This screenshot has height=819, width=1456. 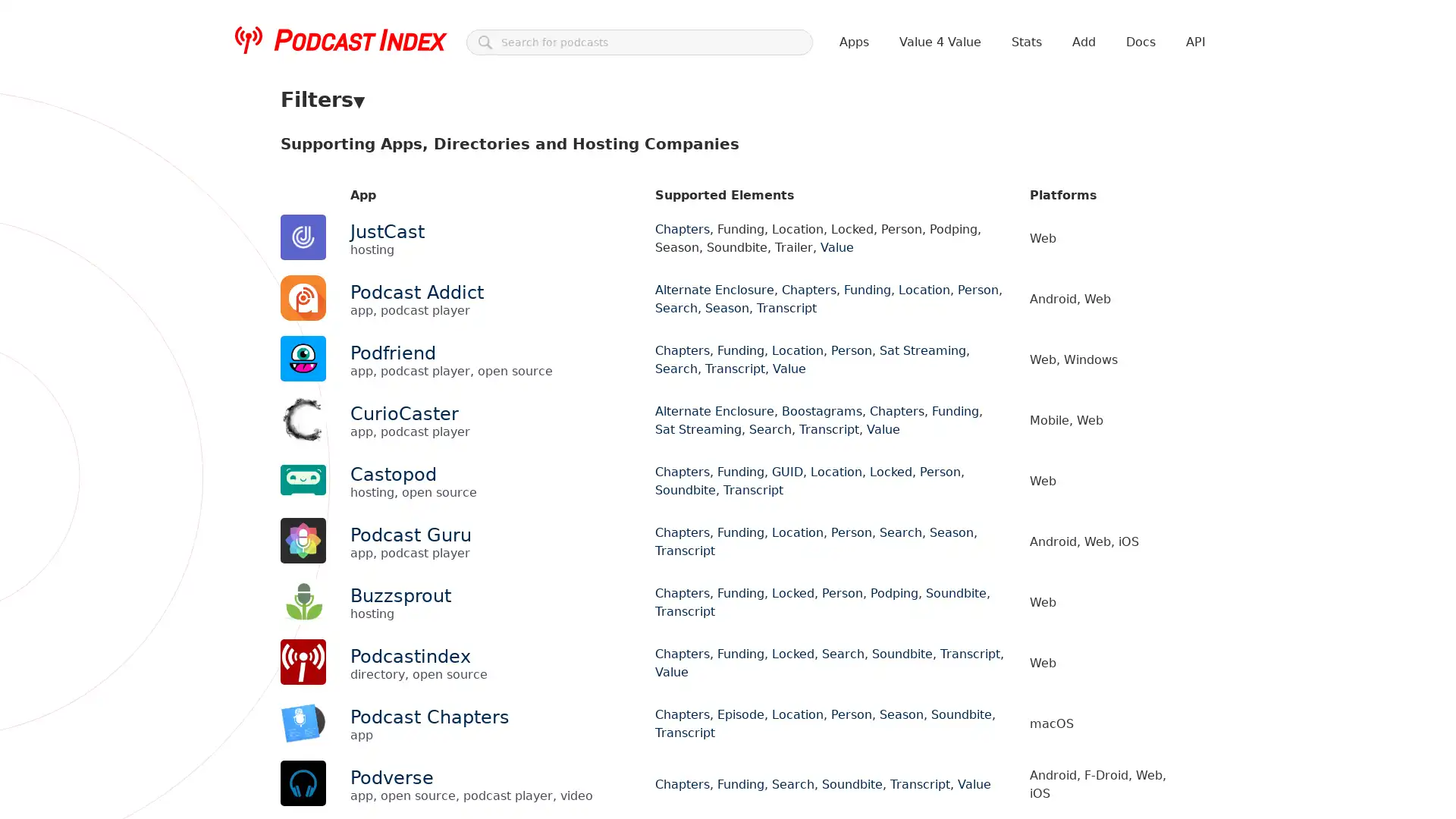 I want to click on Locked, so click(x=825, y=229).